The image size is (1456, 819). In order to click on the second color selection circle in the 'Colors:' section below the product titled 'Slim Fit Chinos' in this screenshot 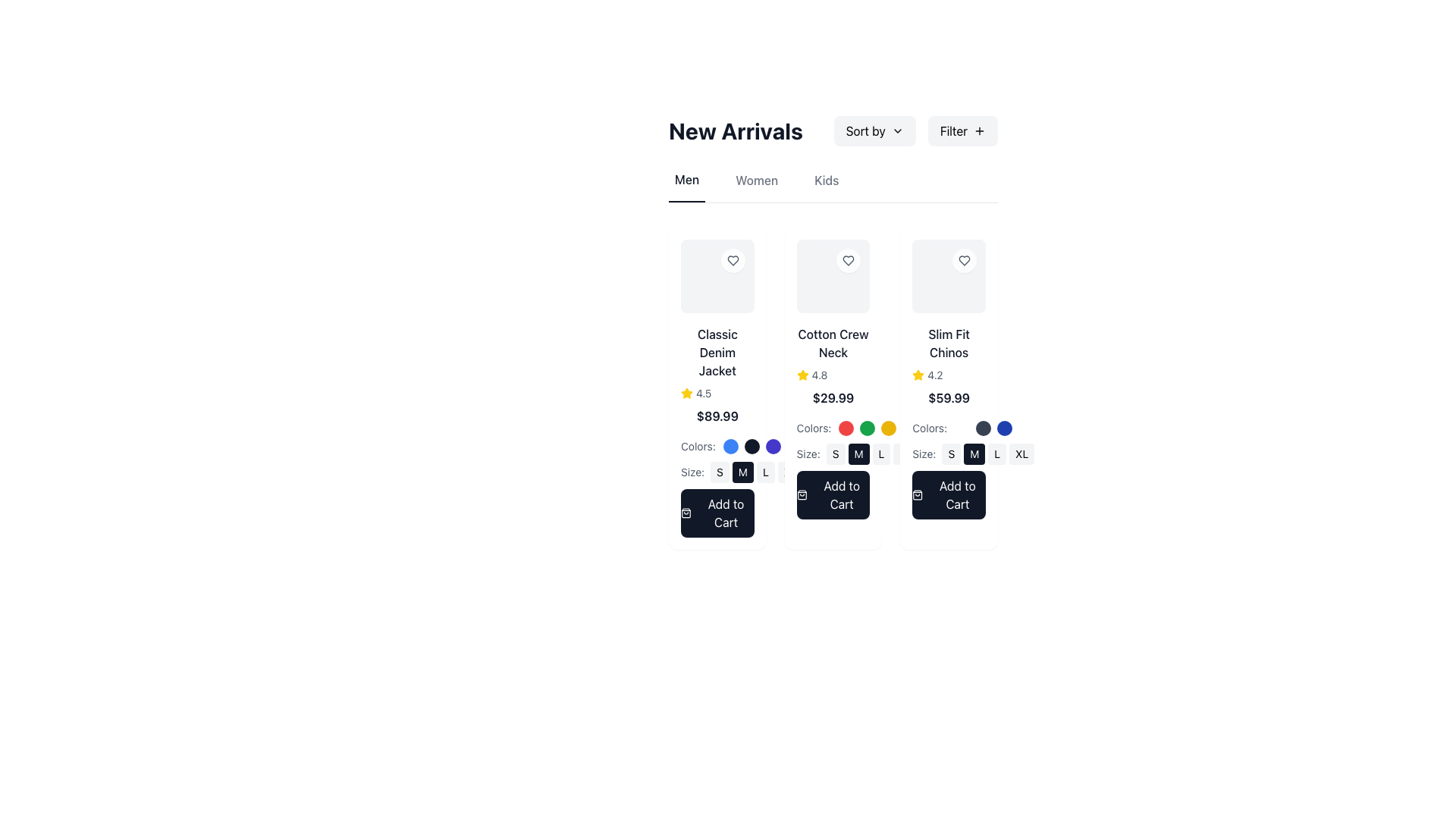, I will do `click(984, 428)`.